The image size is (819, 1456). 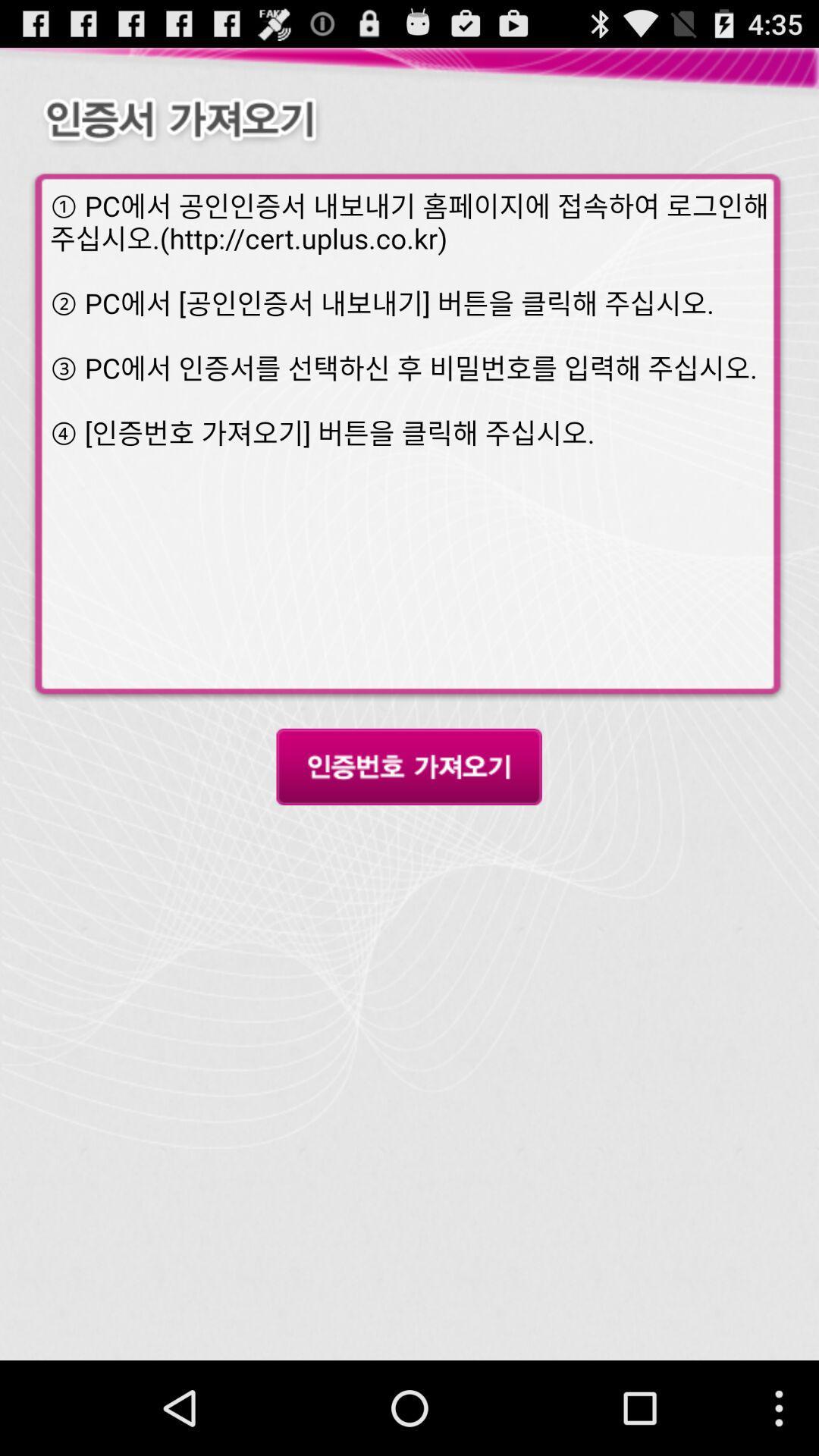 I want to click on item at the center, so click(x=408, y=767).